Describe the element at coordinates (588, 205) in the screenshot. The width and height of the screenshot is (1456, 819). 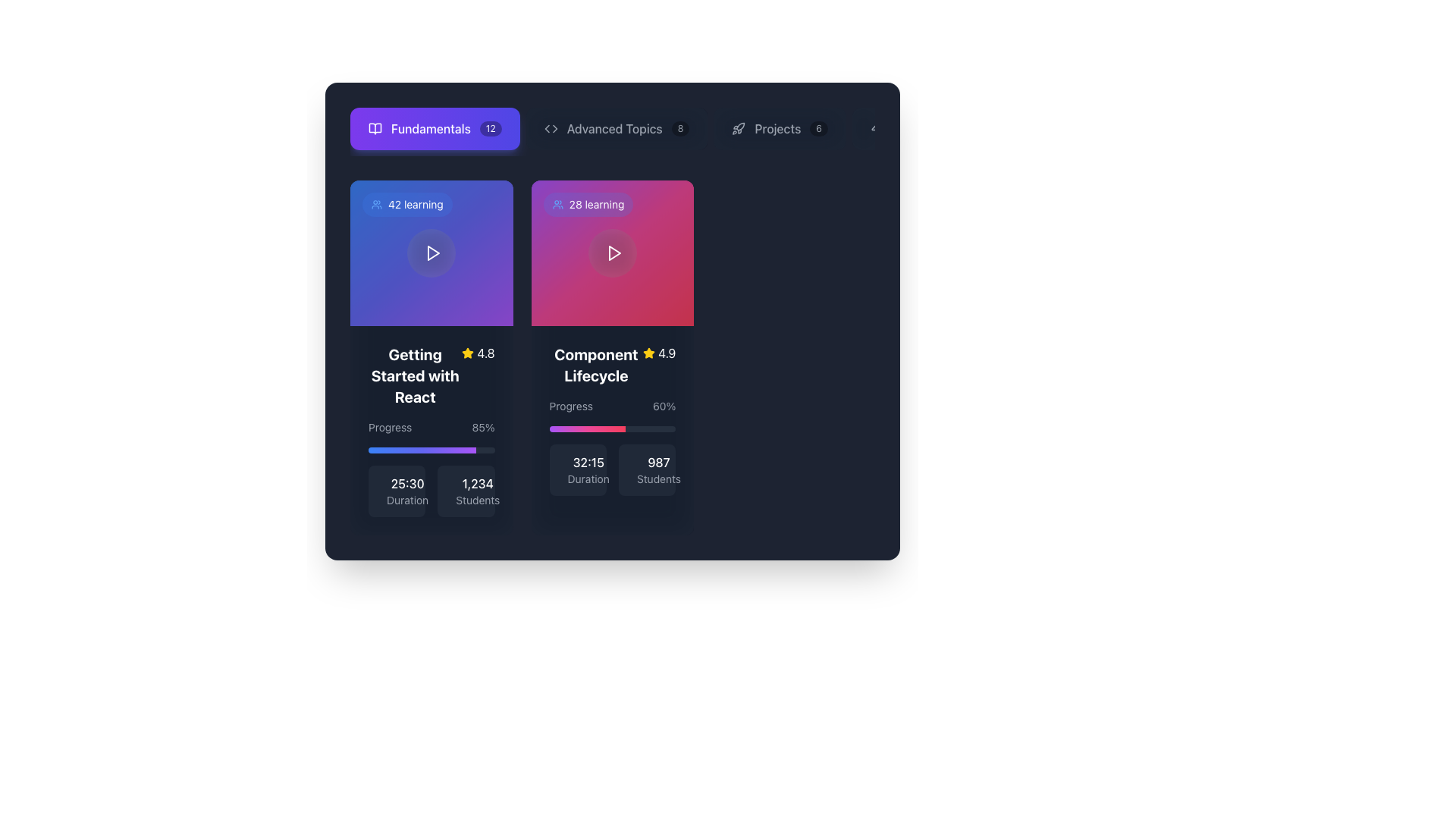
I see `the textual badge with a semi-transparent blue background containing the icon of users and the text '28 learning', located in the top-left corner of the 'Component Lifecycle' card` at that location.